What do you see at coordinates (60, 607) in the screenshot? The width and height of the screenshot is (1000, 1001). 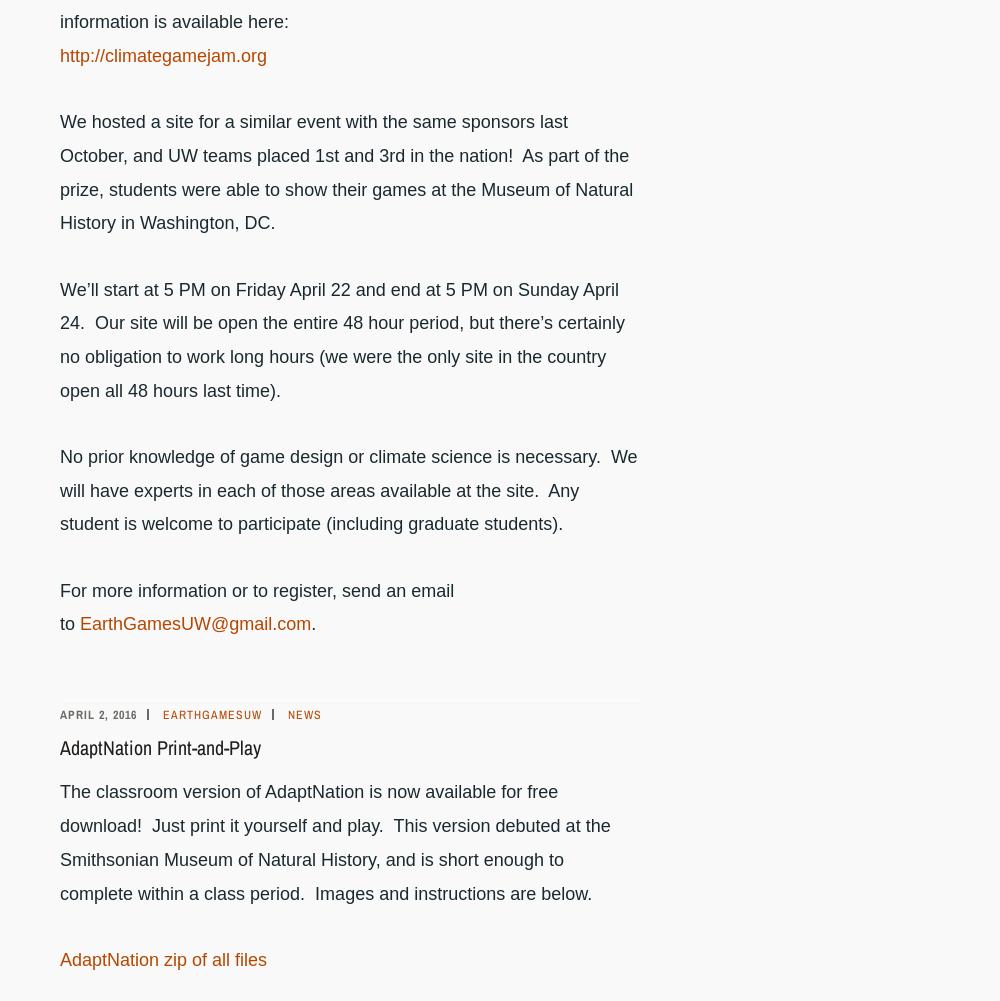 I see `'For more information or to register, send an email to'` at bounding box center [60, 607].